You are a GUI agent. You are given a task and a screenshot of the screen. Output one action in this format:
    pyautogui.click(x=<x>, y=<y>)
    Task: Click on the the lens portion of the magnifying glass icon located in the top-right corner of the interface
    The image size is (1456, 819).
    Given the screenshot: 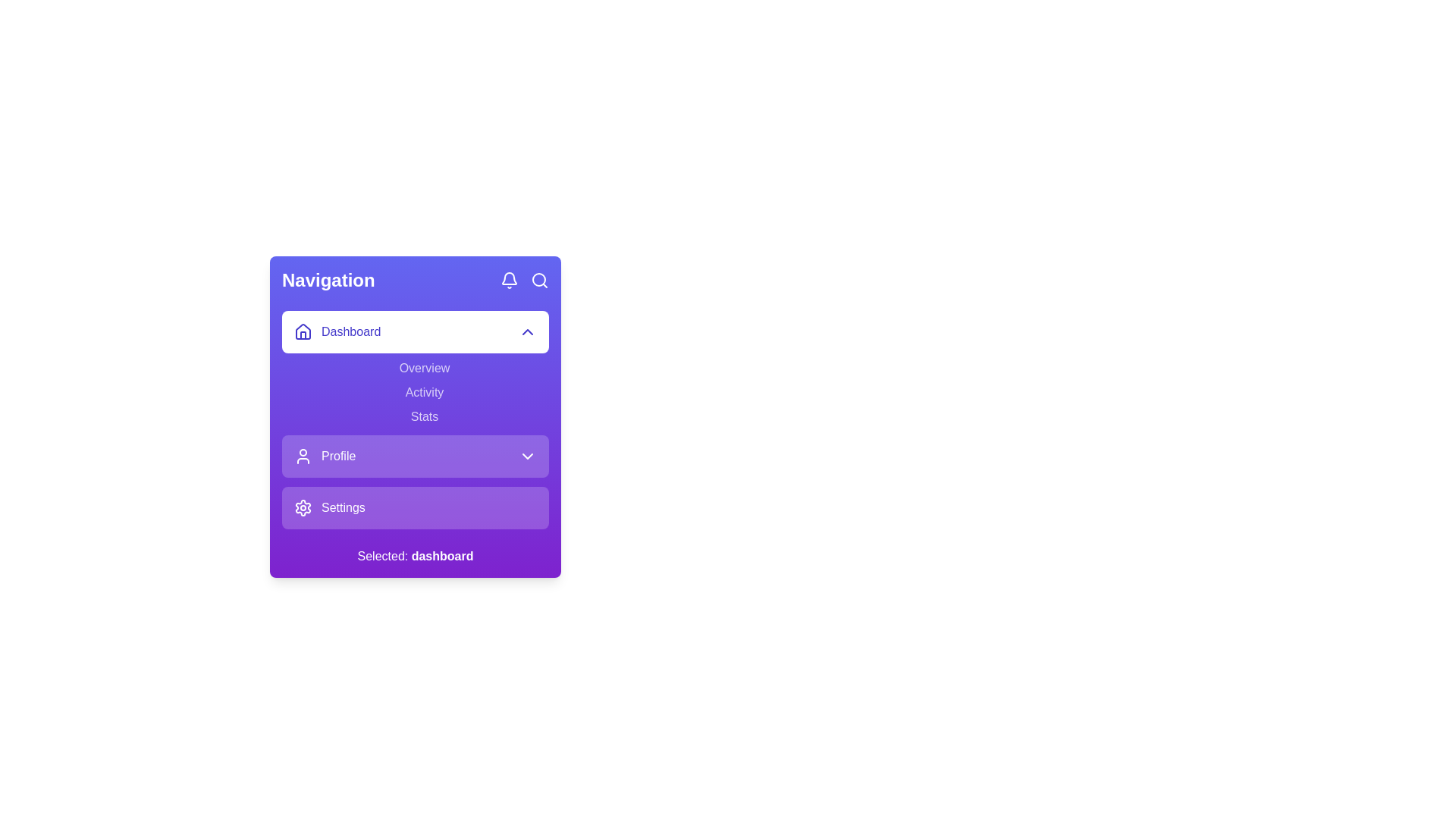 What is the action you would take?
    pyautogui.click(x=538, y=280)
    